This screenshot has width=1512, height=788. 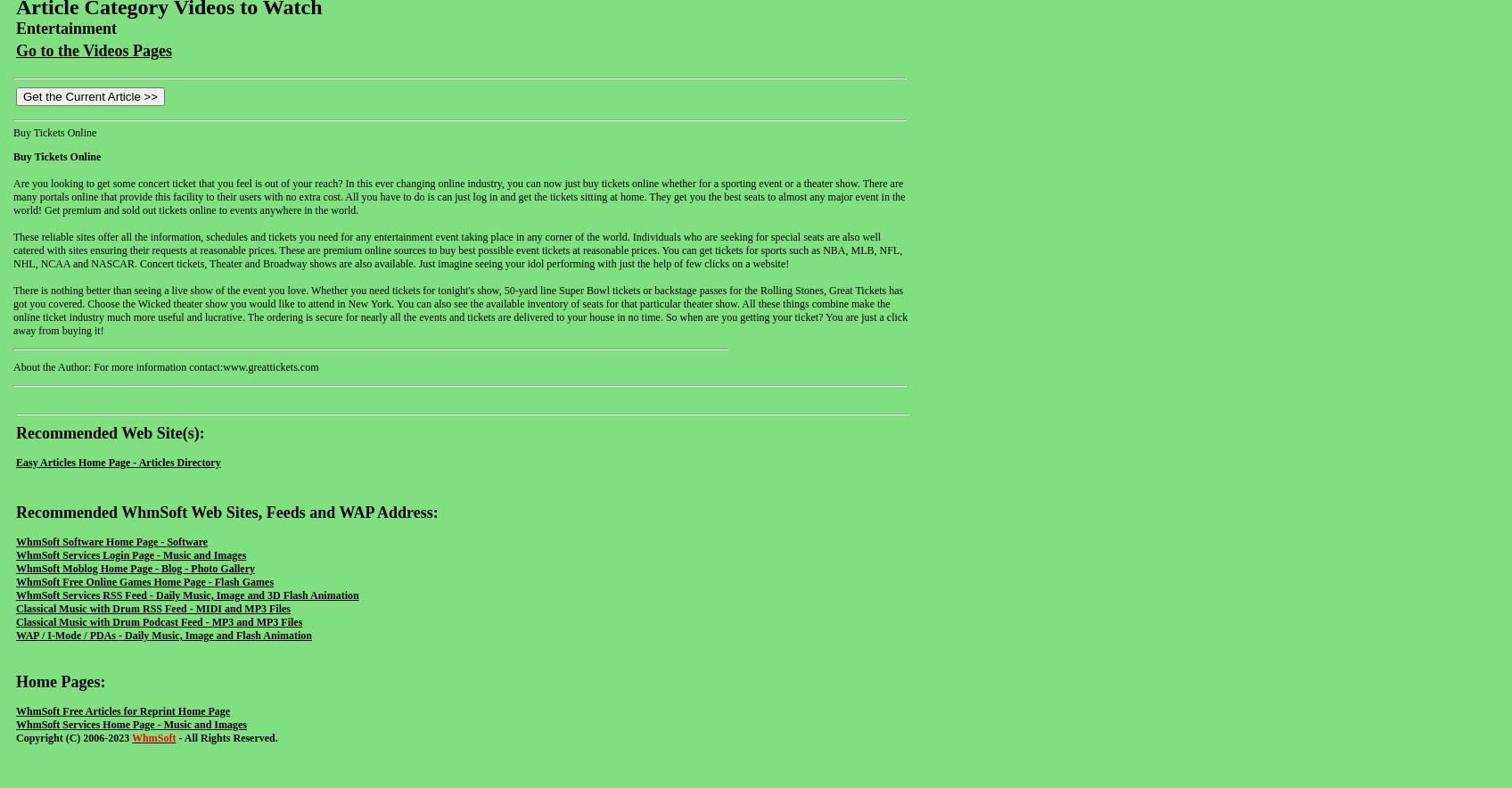 I want to click on 'WhmSoft', so click(x=153, y=736).